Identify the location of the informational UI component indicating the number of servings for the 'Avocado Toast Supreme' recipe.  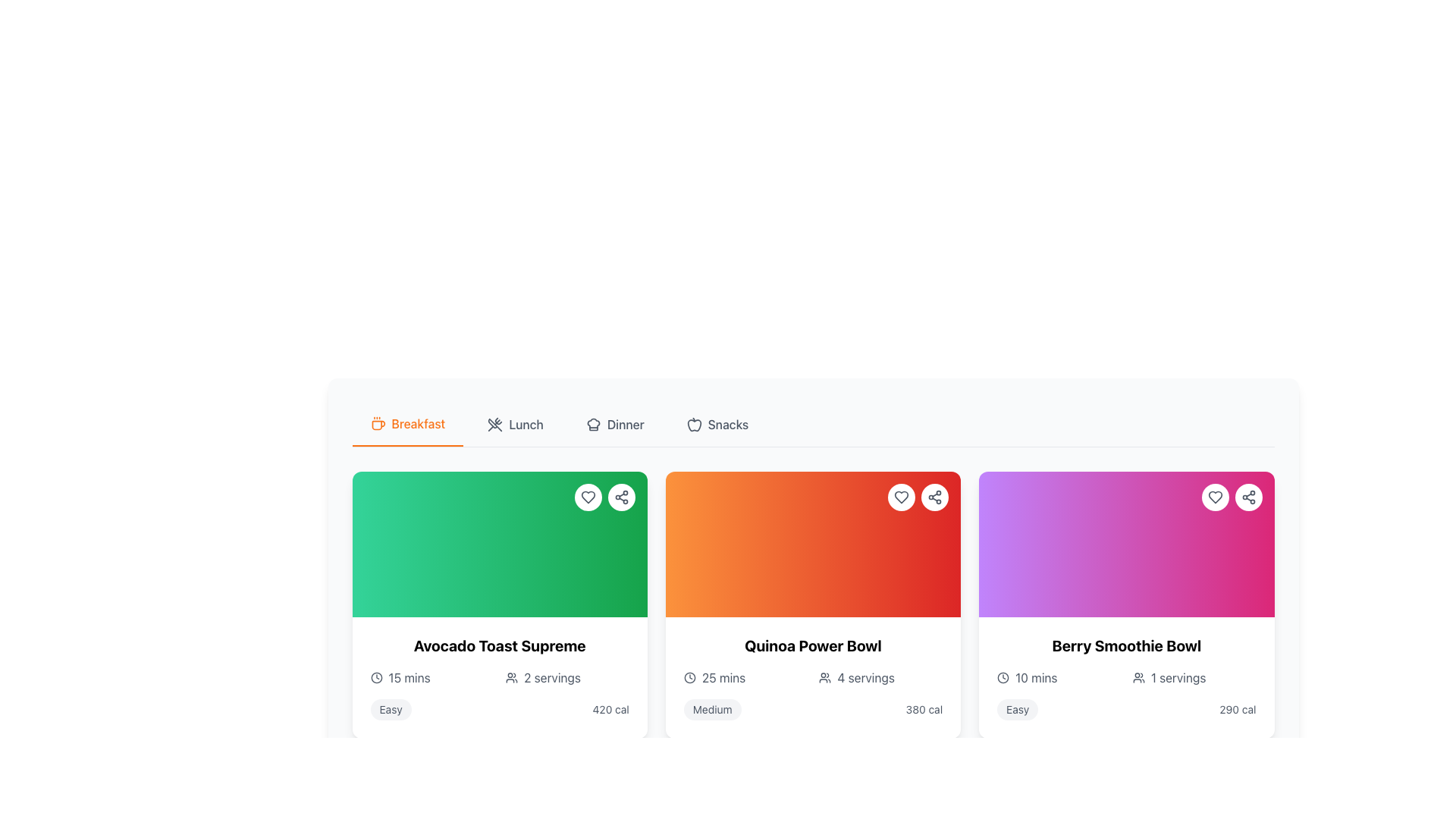
(566, 677).